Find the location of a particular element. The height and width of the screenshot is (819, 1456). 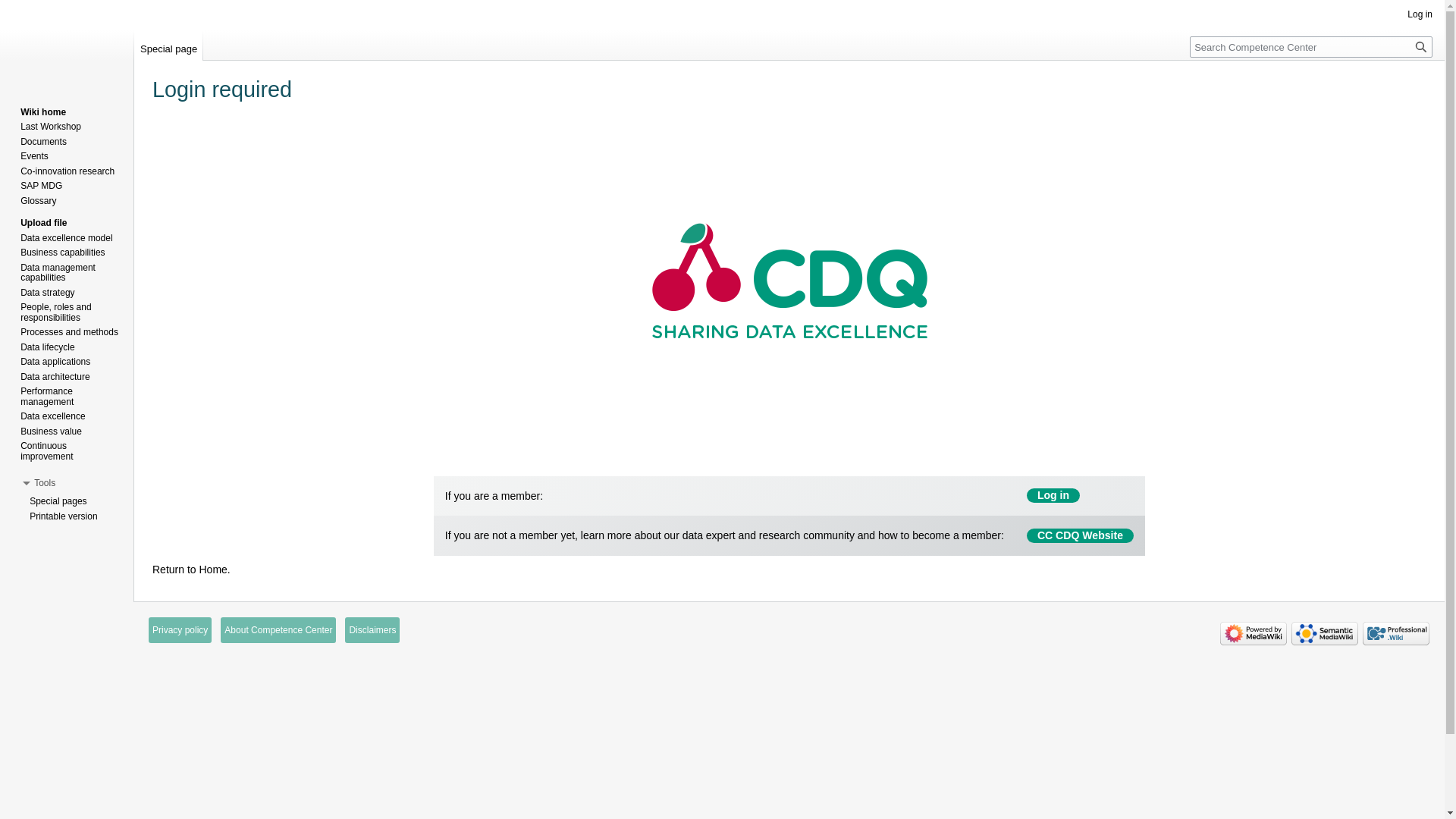

'Search' is located at coordinates (1420, 45).